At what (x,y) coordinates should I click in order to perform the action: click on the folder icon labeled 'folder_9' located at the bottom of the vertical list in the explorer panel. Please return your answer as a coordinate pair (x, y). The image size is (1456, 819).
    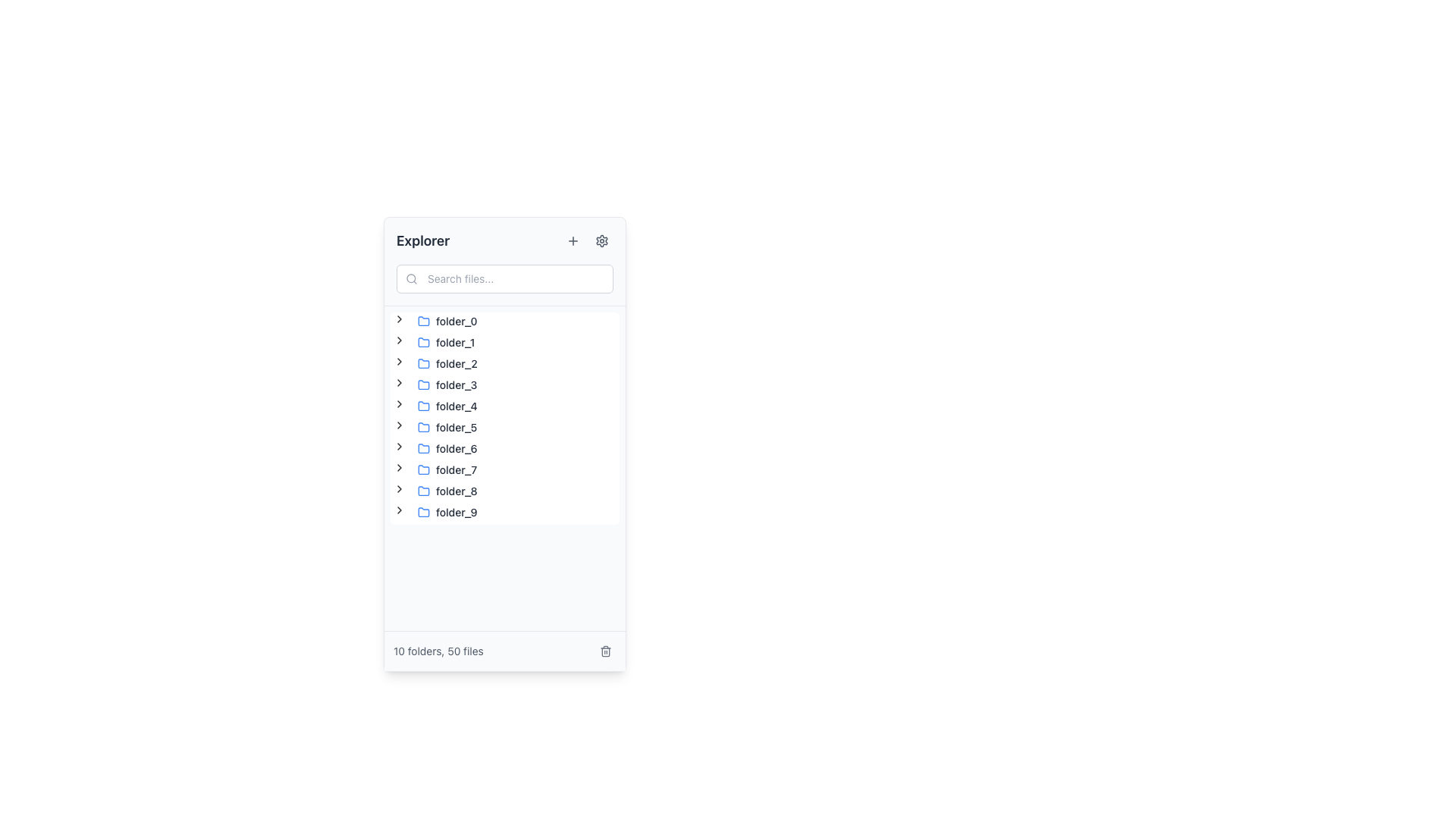
    Looking at the image, I should click on (423, 512).